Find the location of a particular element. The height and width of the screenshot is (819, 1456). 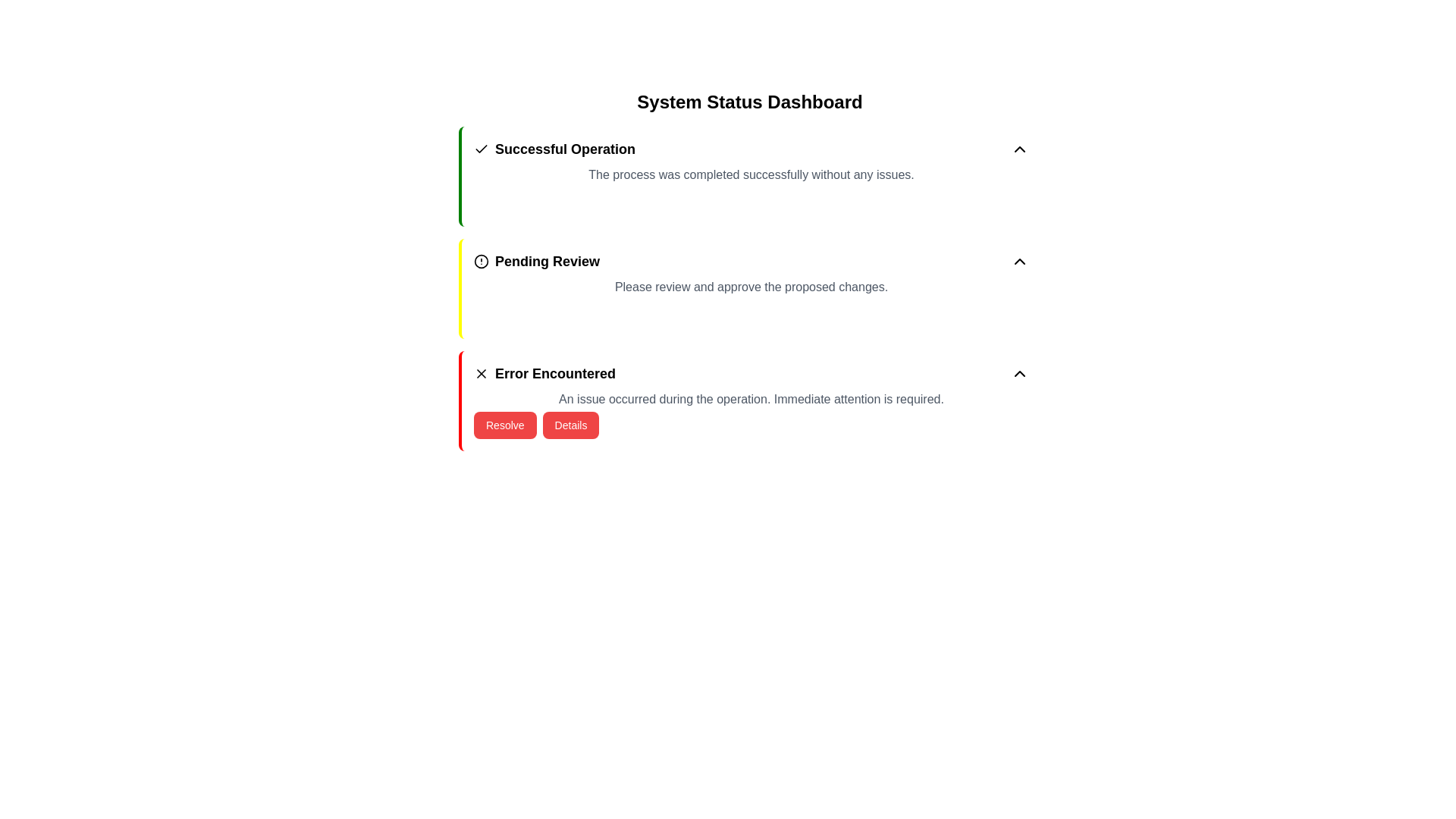

description in the Informational panel that indicates pending review and approval for proposed changes, located directly below the 'Successful Operation' section is located at coordinates (749, 289).